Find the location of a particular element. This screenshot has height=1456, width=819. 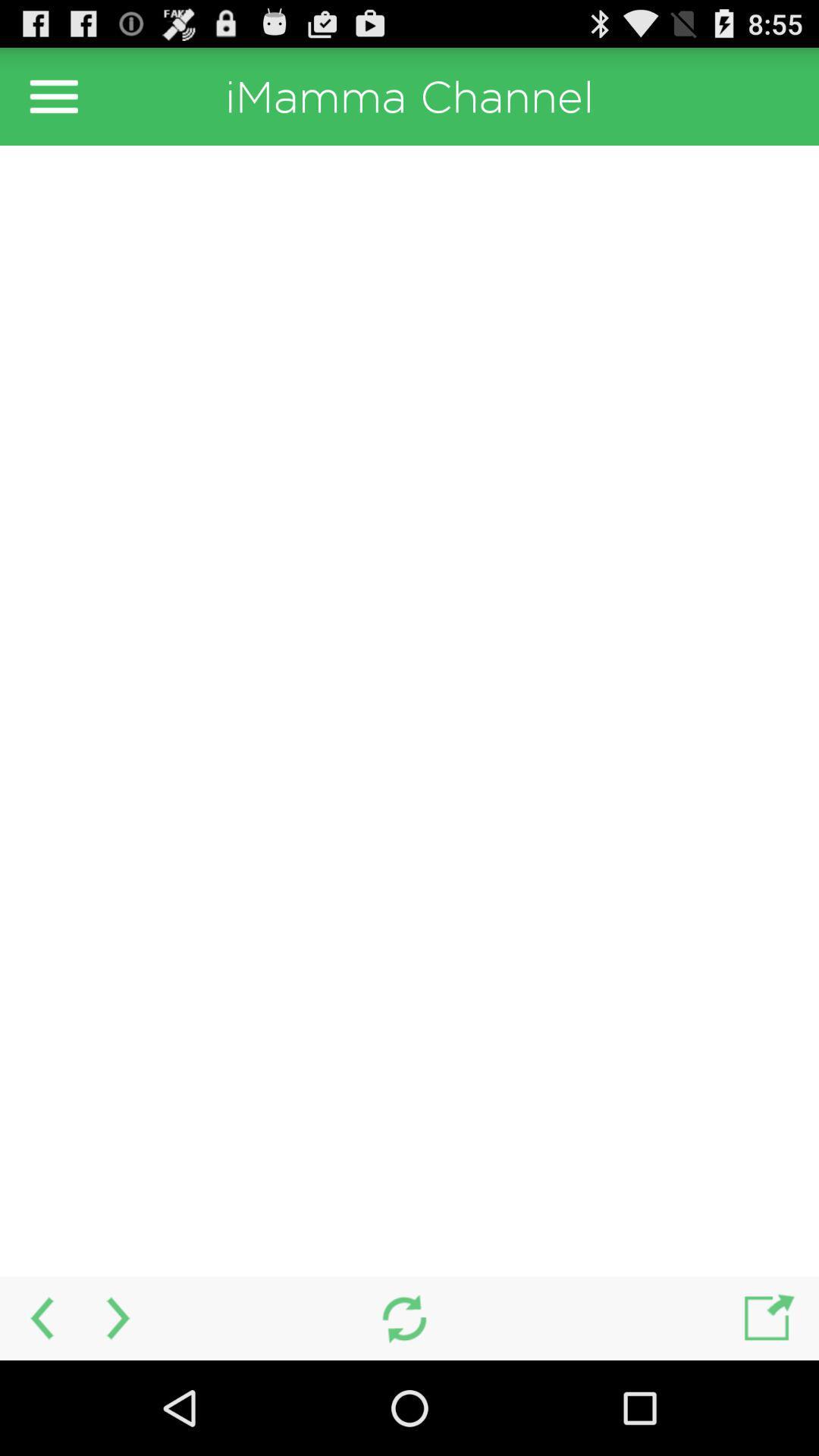

forward button is located at coordinates (119, 1317).